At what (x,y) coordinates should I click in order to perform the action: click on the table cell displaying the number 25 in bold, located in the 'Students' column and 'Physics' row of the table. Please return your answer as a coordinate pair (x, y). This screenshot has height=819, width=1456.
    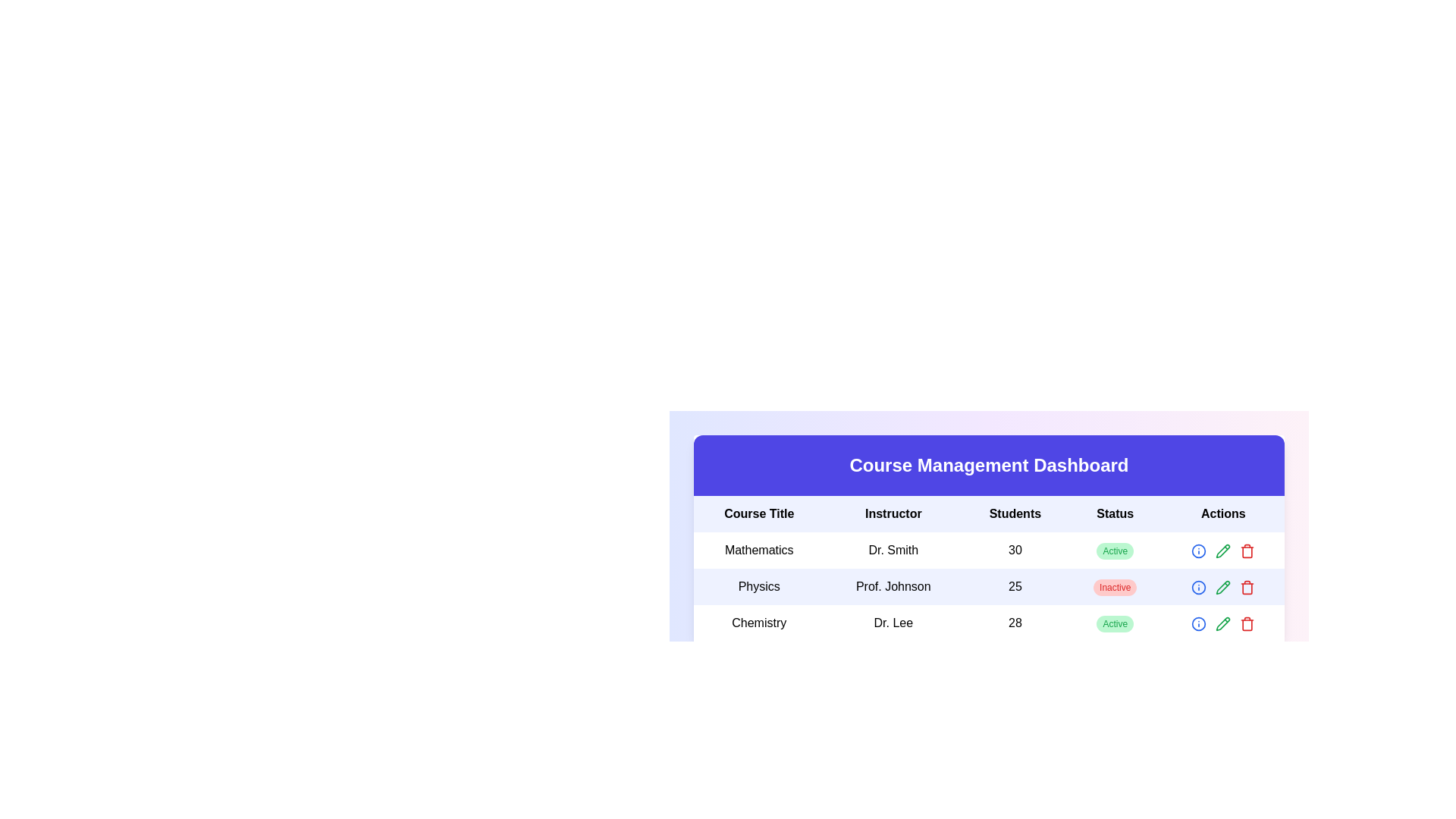
    Looking at the image, I should click on (1015, 586).